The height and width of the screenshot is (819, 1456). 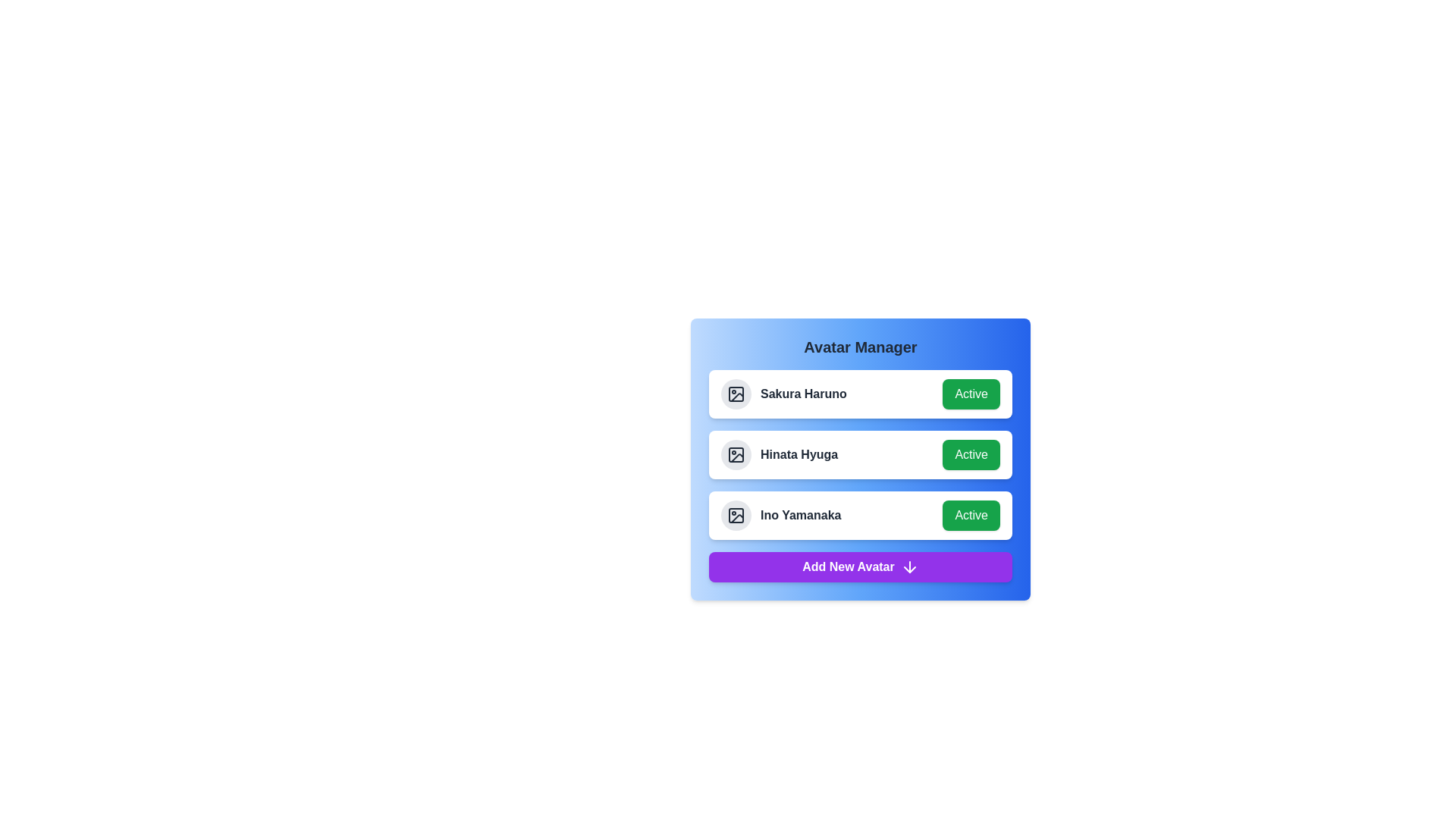 What do you see at coordinates (860, 514) in the screenshot?
I see `the placeholder image of the list item displaying 'Ino Yamanaka' and status 'Active' in the user management interface` at bounding box center [860, 514].